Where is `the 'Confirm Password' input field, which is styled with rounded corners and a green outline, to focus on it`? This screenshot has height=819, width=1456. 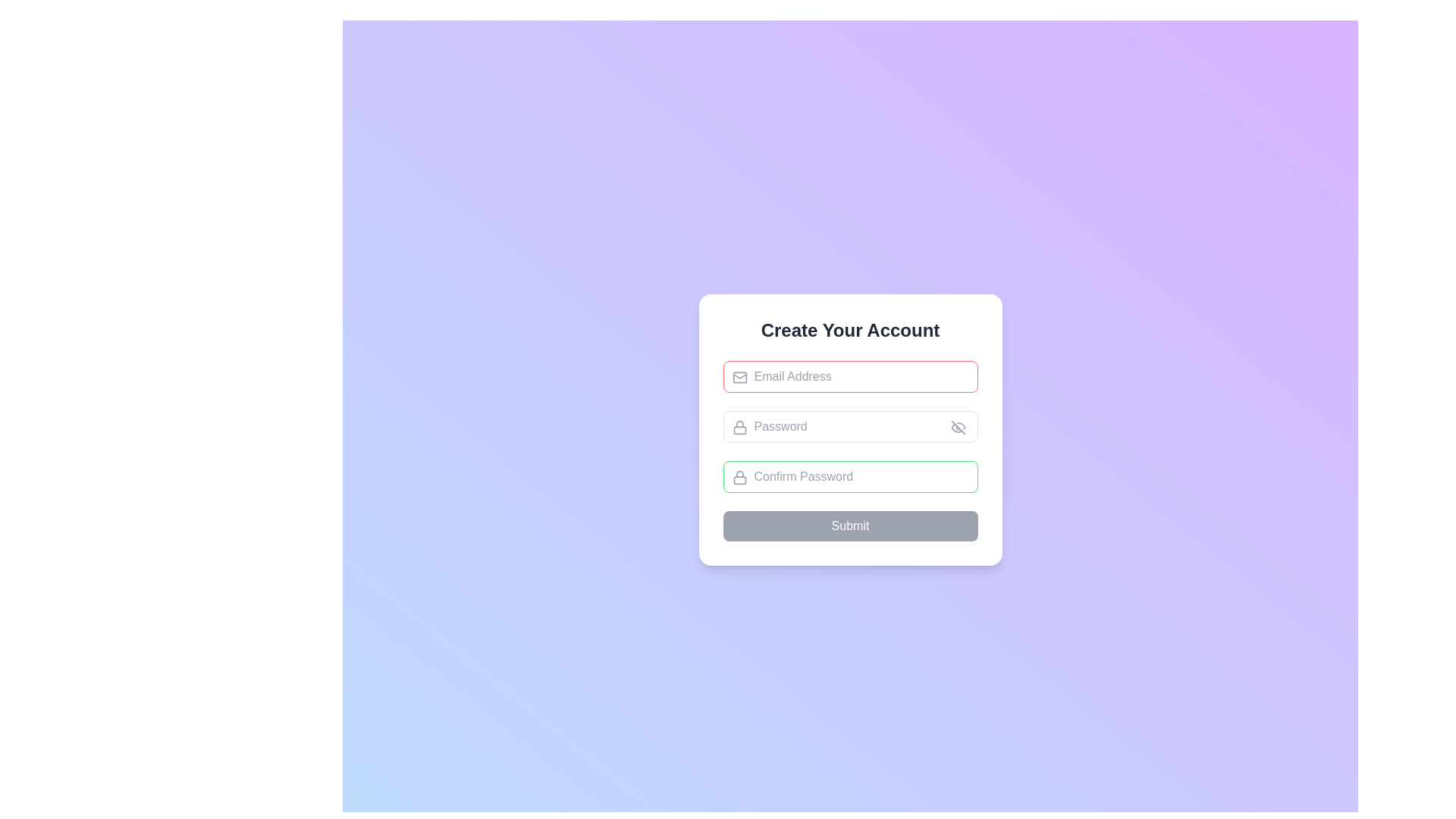
the 'Confirm Password' input field, which is styled with rounded corners and a green outline, to focus on it is located at coordinates (850, 475).